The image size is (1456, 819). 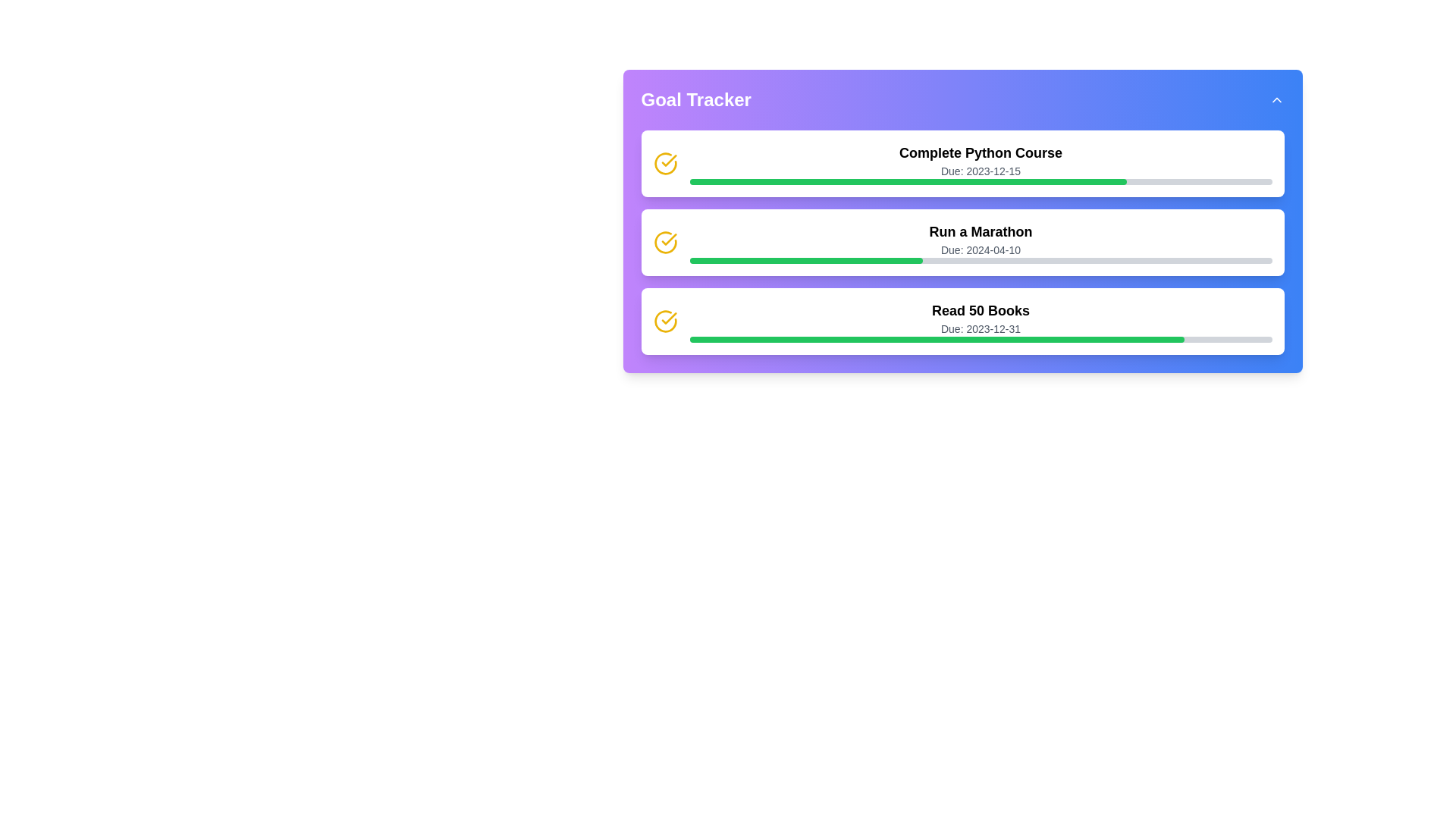 I want to click on the text label that serves as the title of the goal 'Complete Python Course' in the Goal Tracker interface, so click(x=981, y=152).